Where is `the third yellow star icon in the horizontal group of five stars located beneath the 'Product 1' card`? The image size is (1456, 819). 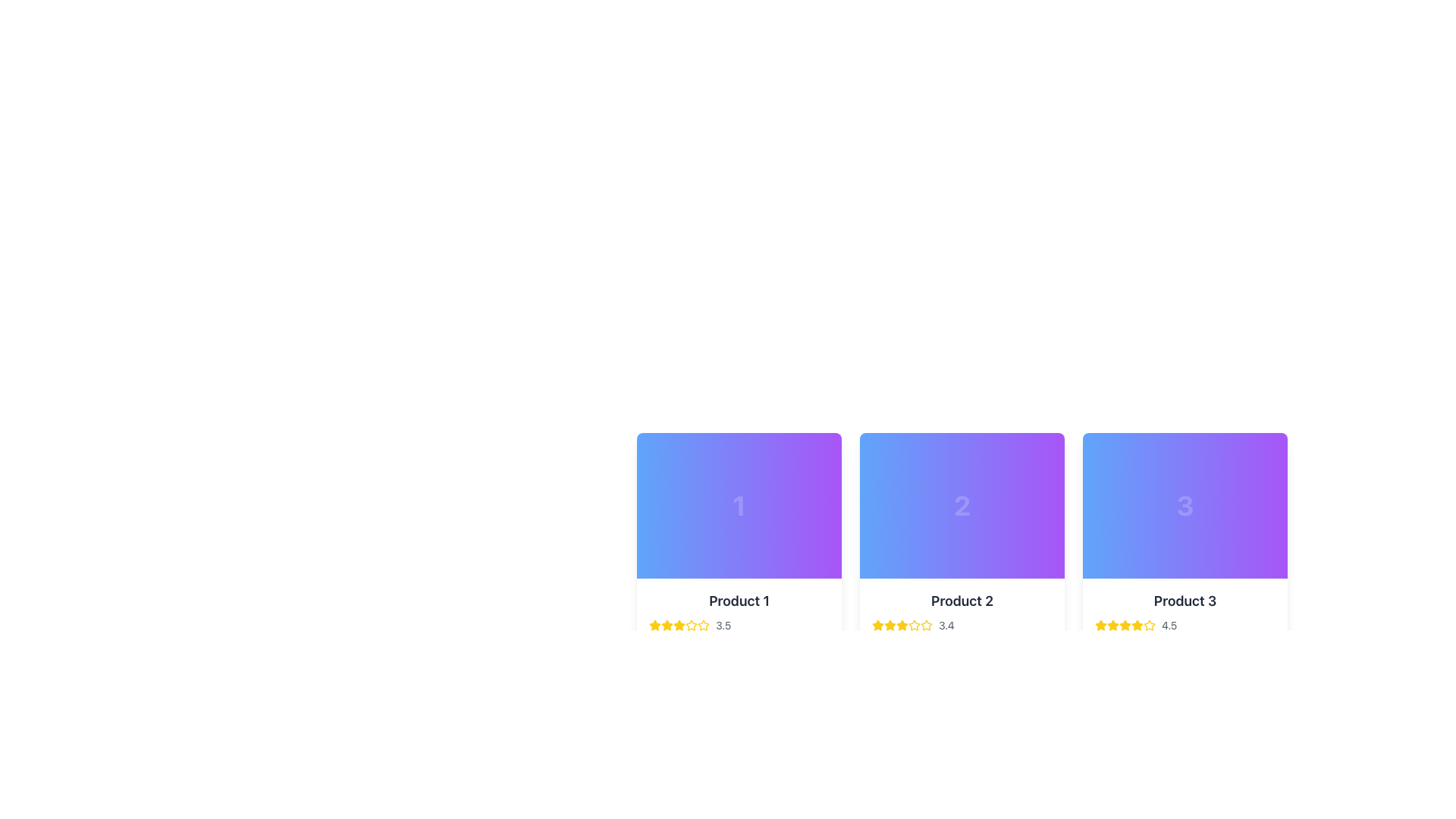 the third yellow star icon in the horizontal group of five stars located beneath the 'Product 1' card is located at coordinates (679, 626).